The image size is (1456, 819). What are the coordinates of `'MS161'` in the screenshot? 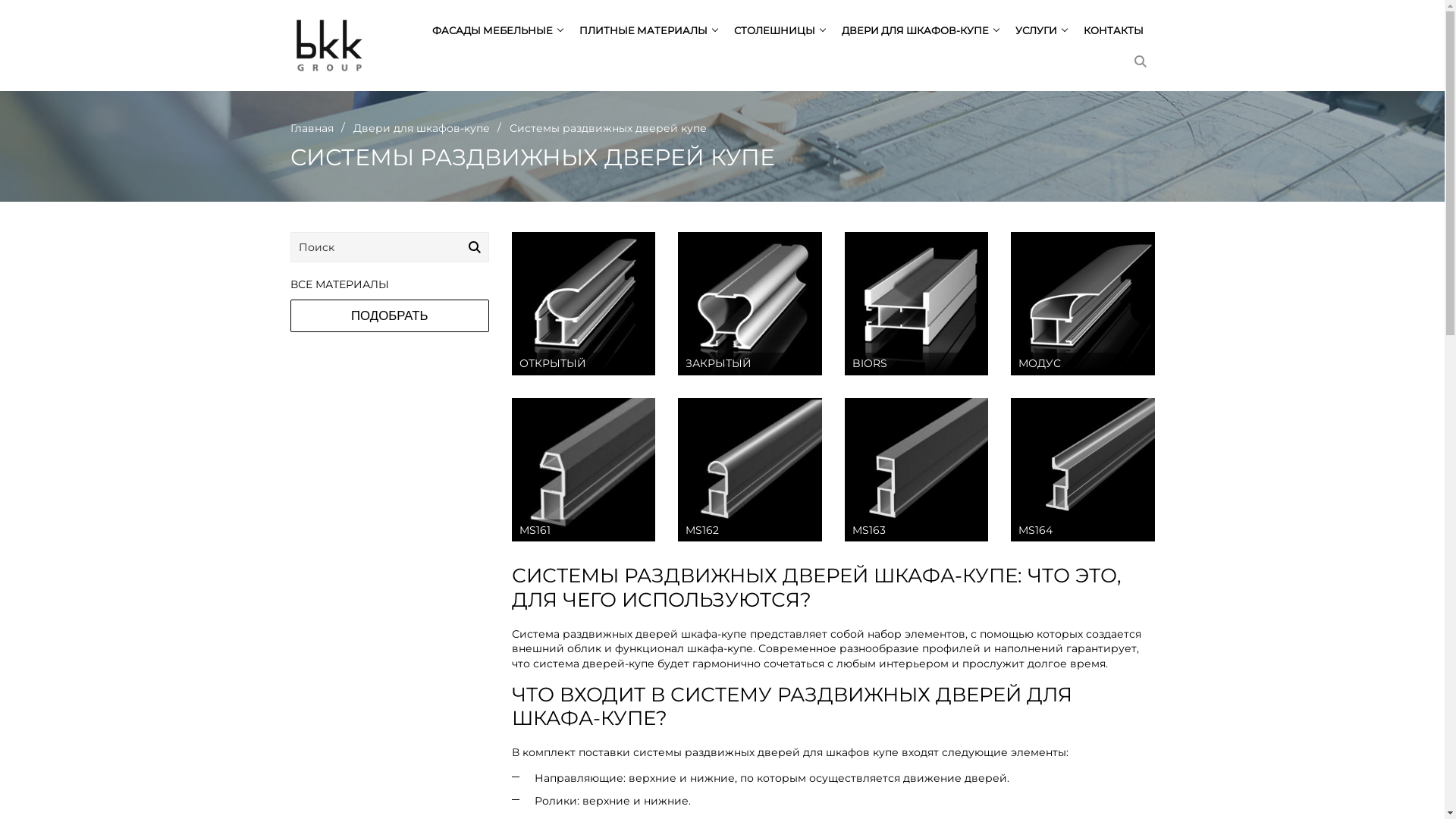 It's located at (582, 469).